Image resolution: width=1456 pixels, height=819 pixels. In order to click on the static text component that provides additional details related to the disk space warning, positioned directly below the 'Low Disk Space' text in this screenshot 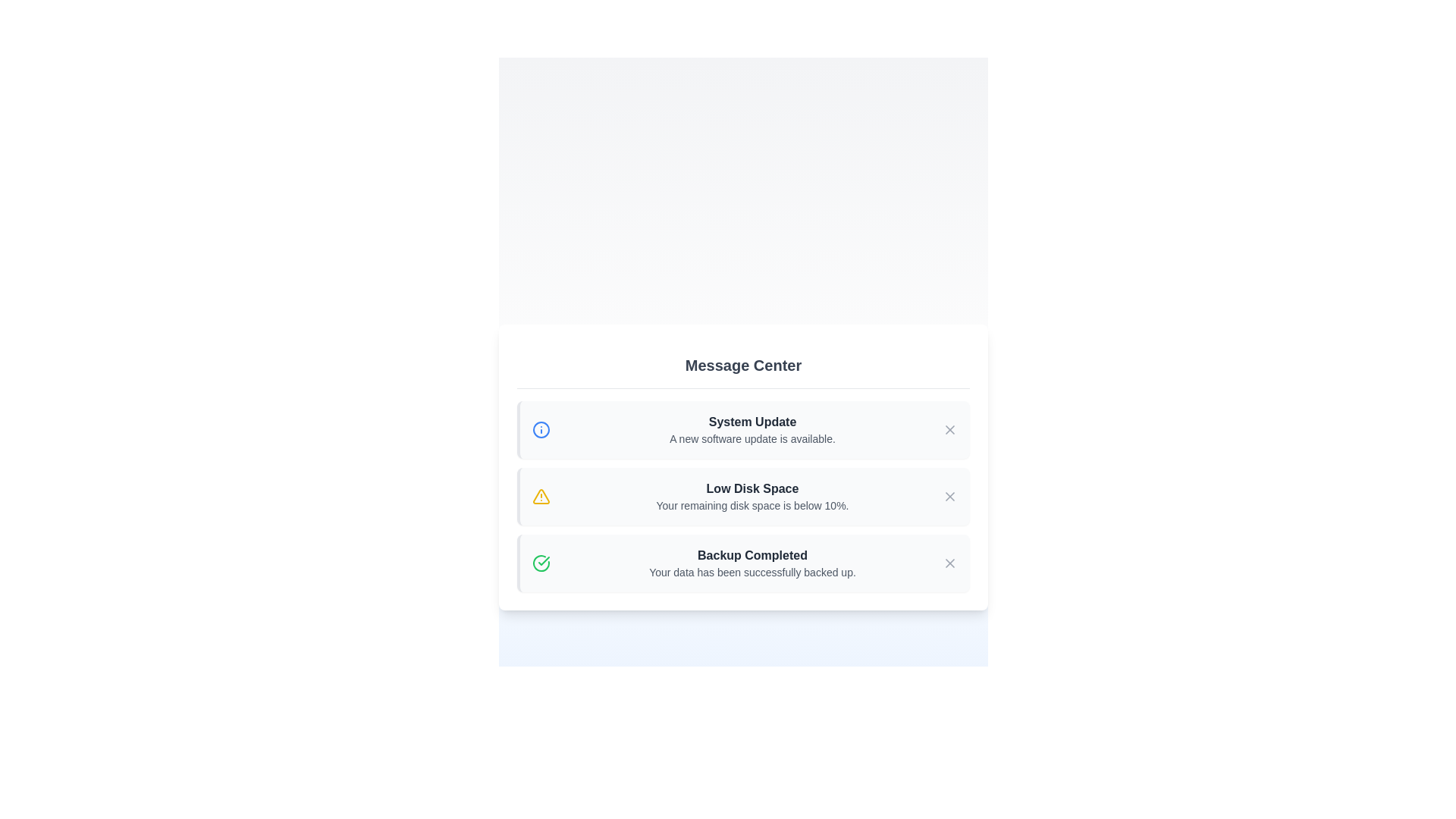, I will do `click(752, 505)`.